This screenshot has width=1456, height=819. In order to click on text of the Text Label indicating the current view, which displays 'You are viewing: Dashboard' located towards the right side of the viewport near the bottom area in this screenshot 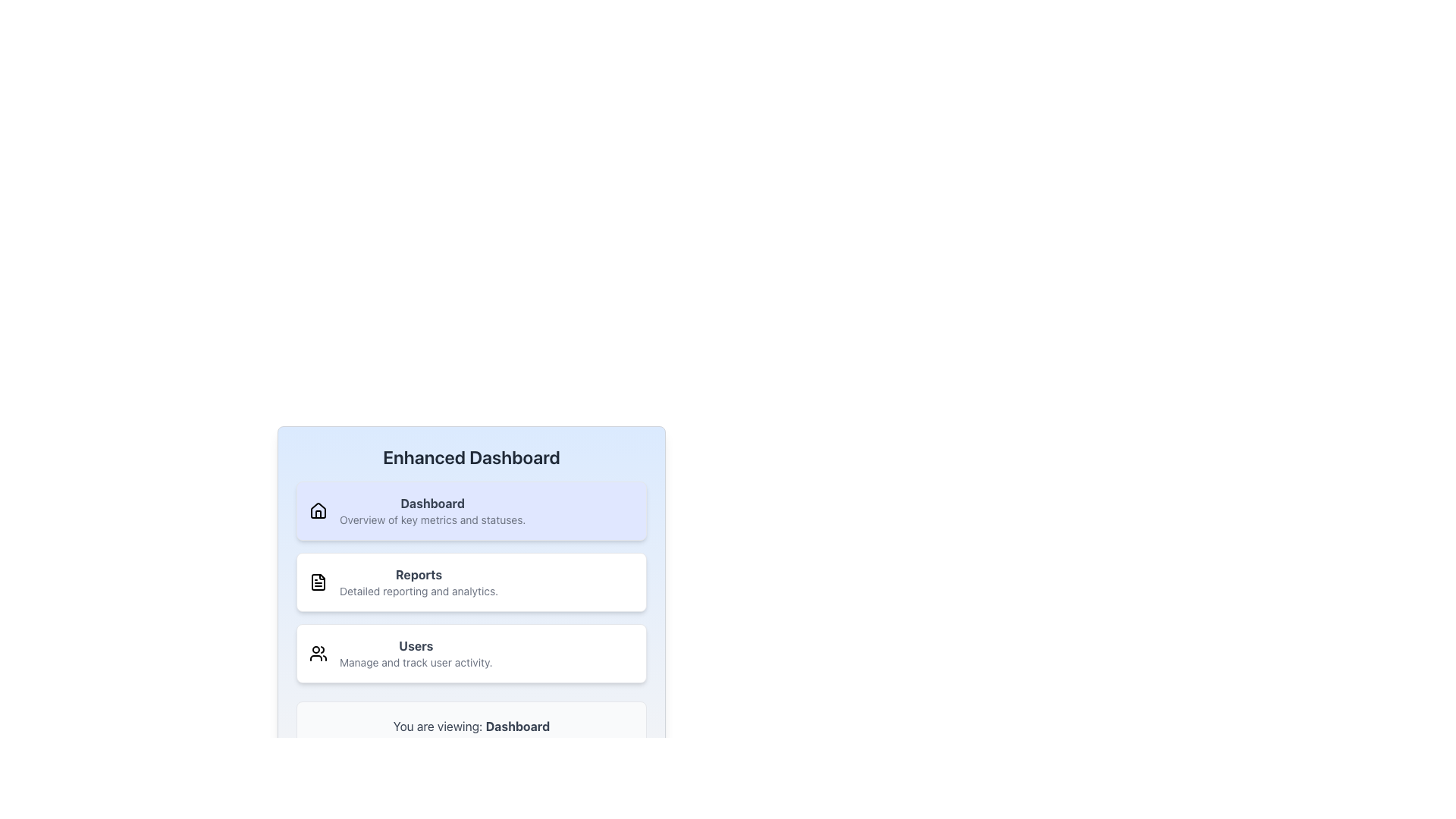, I will do `click(517, 725)`.